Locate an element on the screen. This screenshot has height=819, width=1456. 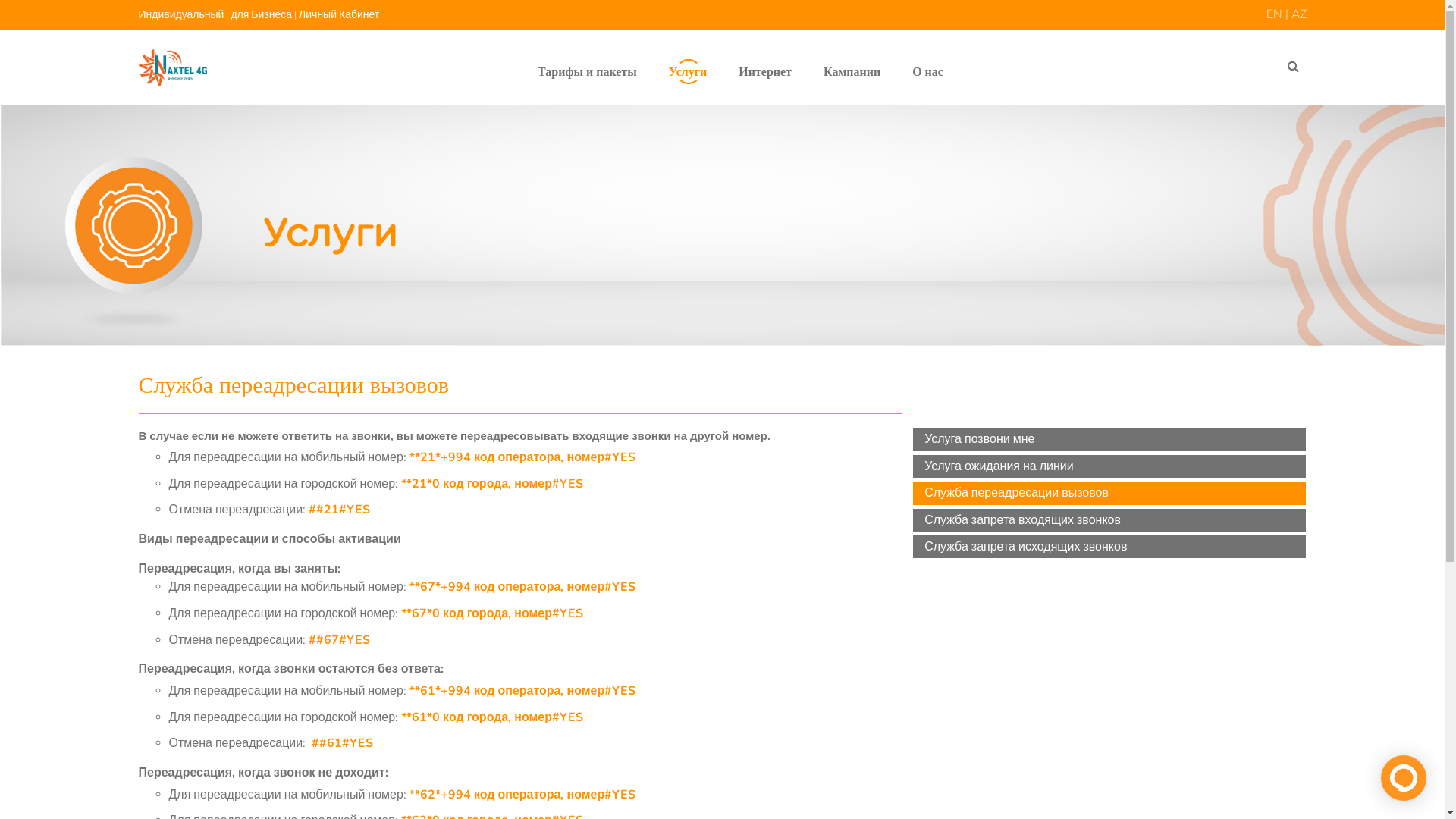
'EN' is located at coordinates (1274, 14).